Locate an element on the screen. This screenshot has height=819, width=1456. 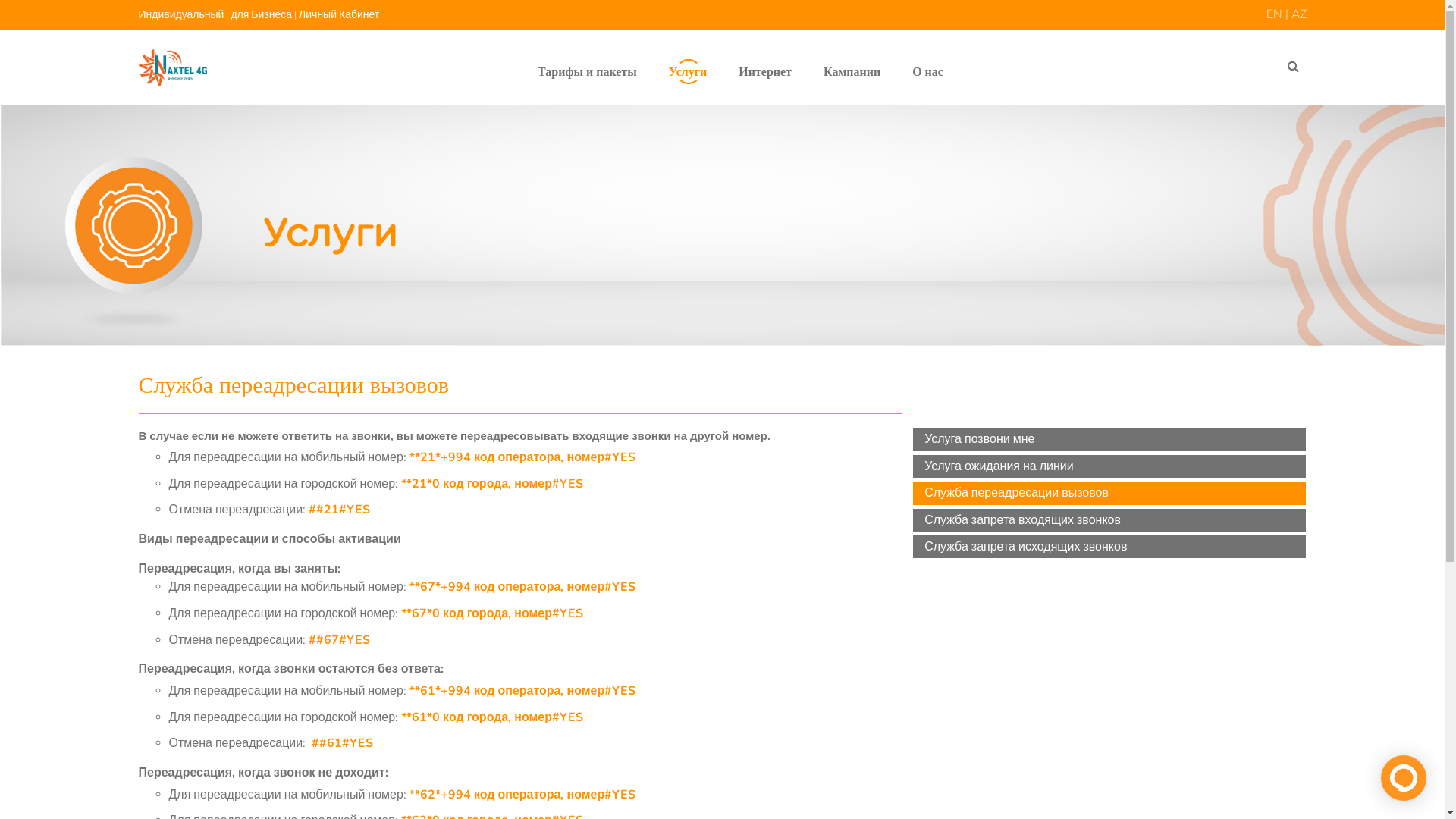
'EN' is located at coordinates (1274, 14).